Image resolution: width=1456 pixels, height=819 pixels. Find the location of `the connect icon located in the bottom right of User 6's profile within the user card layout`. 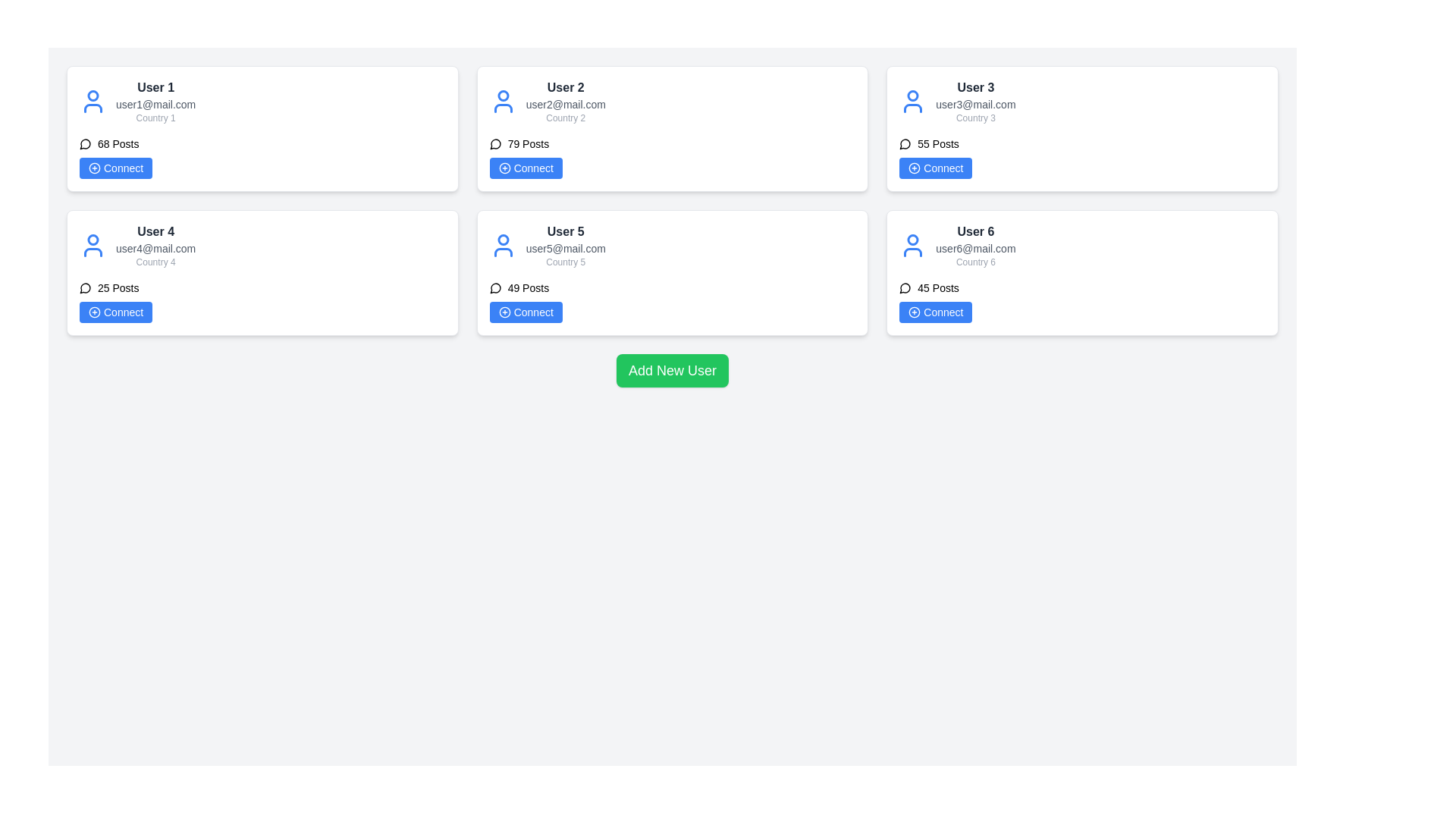

the connect icon located in the bottom right of User 6's profile within the user card layout is located at coordinates (914, 312).